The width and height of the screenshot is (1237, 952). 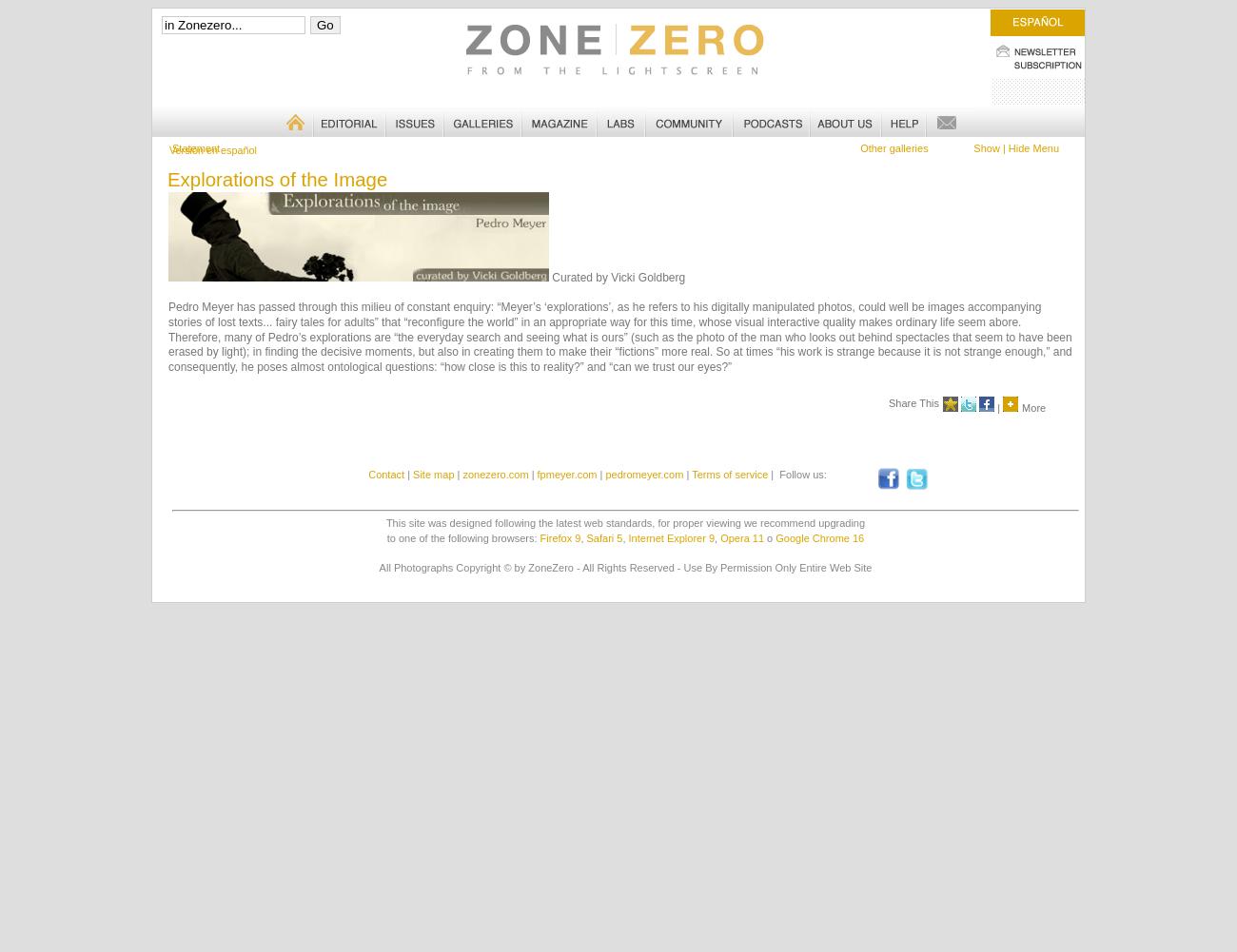 What do you see at coordinates (189, 147) in the screenshot?
I see `'ImHuman'` at bounding box center [189, 147].